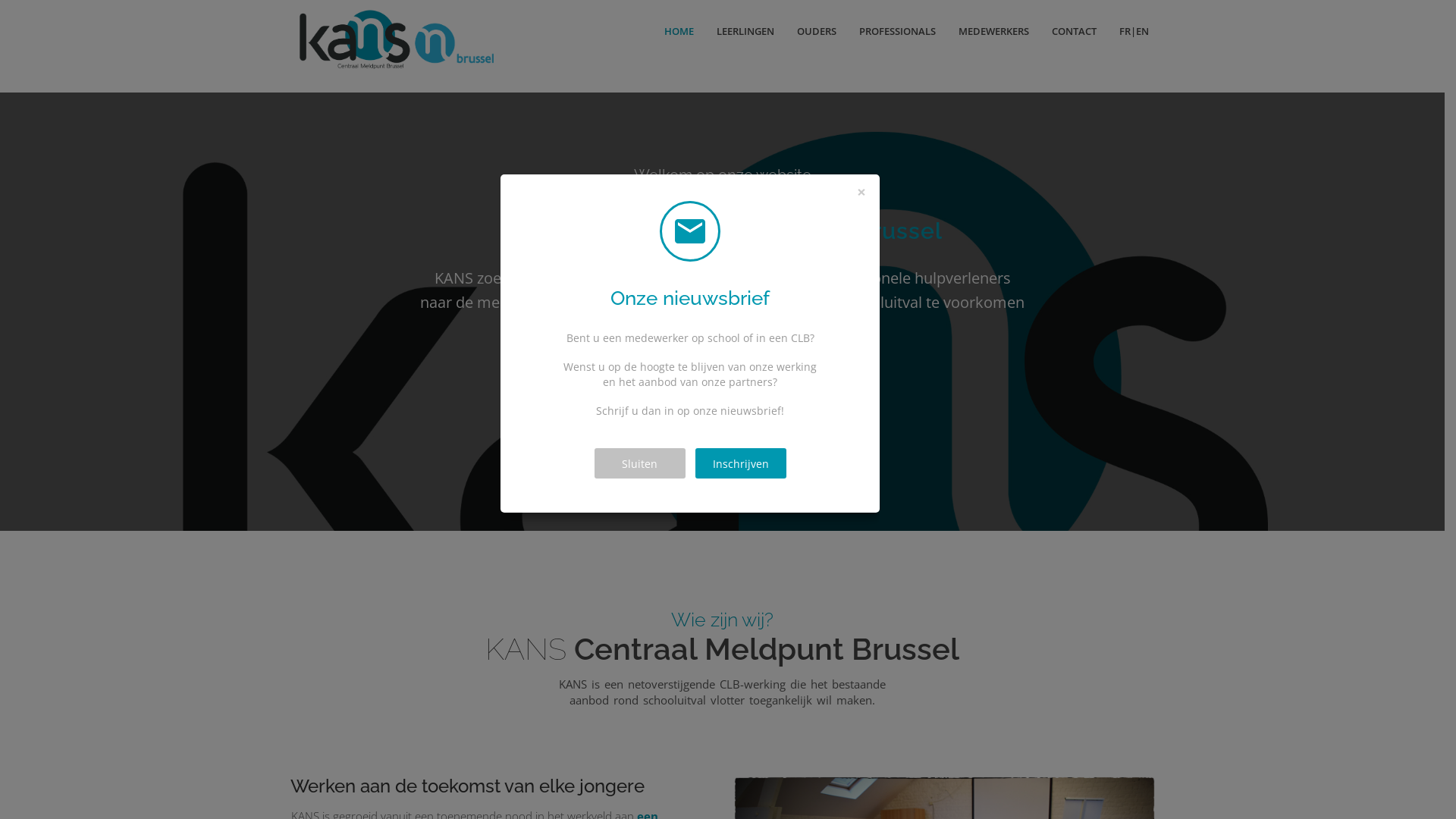 The image size is (1456, 819). I want to click on 'MEDEWERKERS', so click(993, 31).